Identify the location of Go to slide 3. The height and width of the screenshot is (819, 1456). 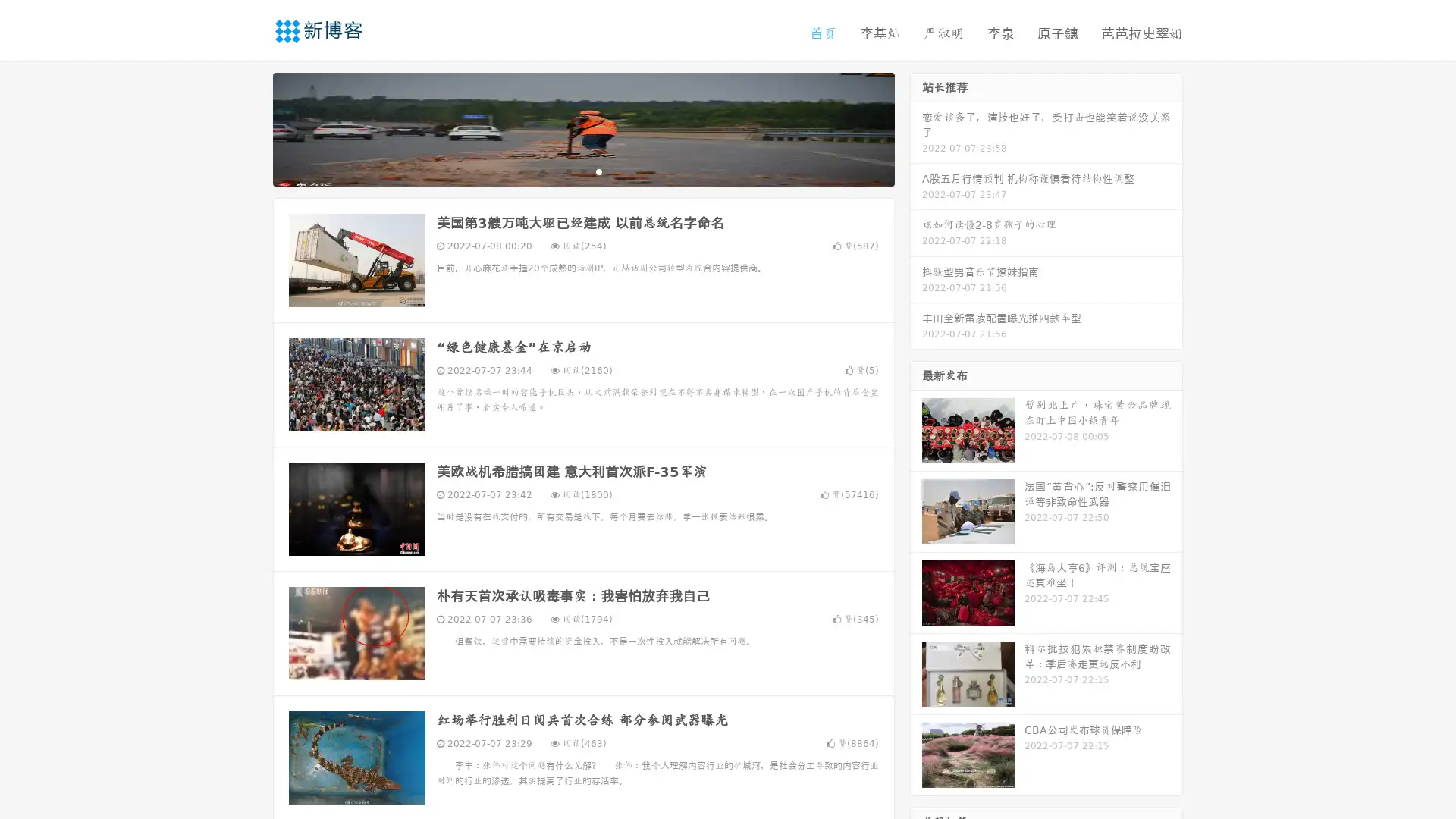
(598, 171).